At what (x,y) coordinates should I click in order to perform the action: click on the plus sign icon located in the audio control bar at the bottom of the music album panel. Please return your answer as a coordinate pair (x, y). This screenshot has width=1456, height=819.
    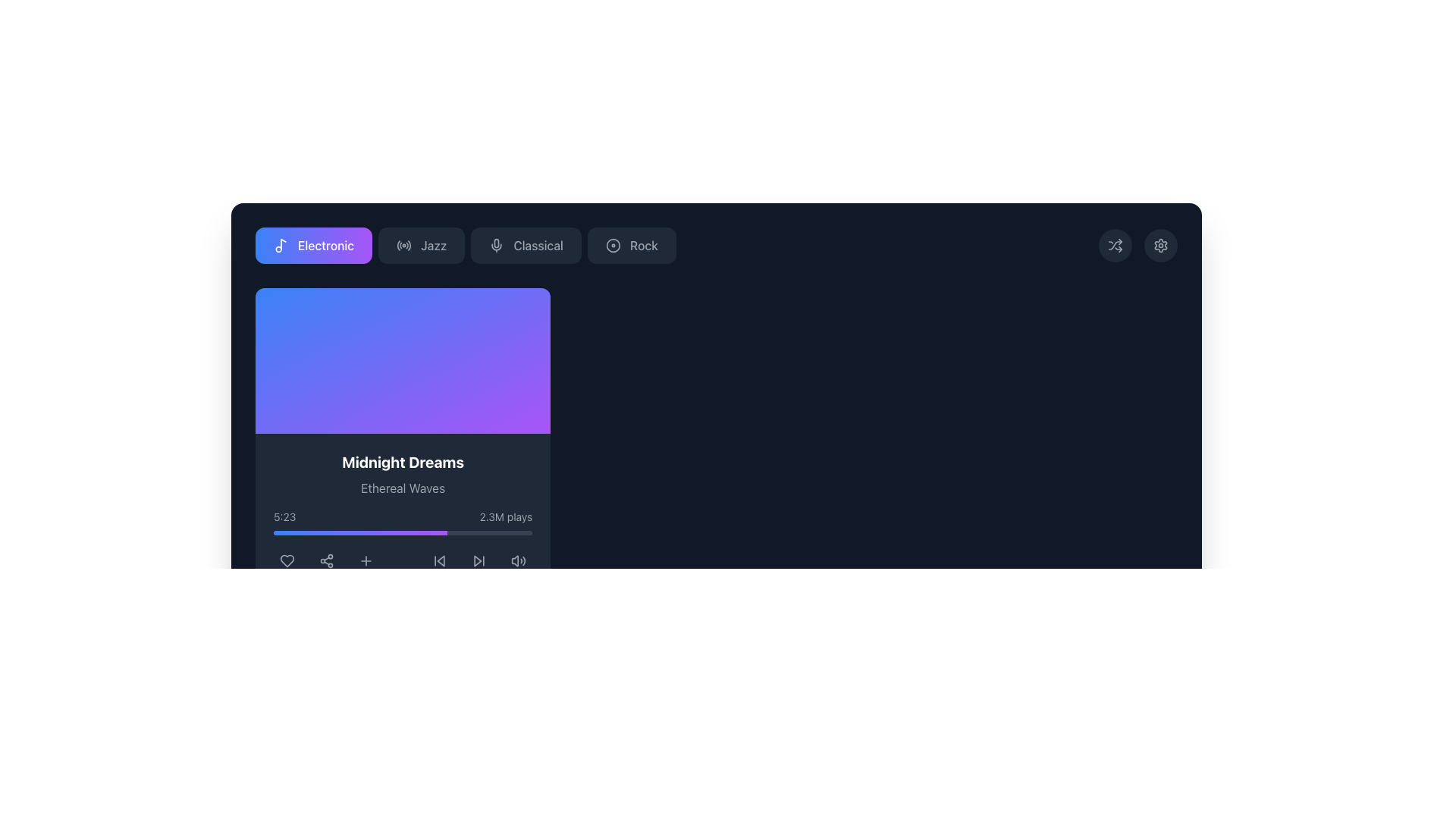
    Looking at the image, I should click on (366, 561).